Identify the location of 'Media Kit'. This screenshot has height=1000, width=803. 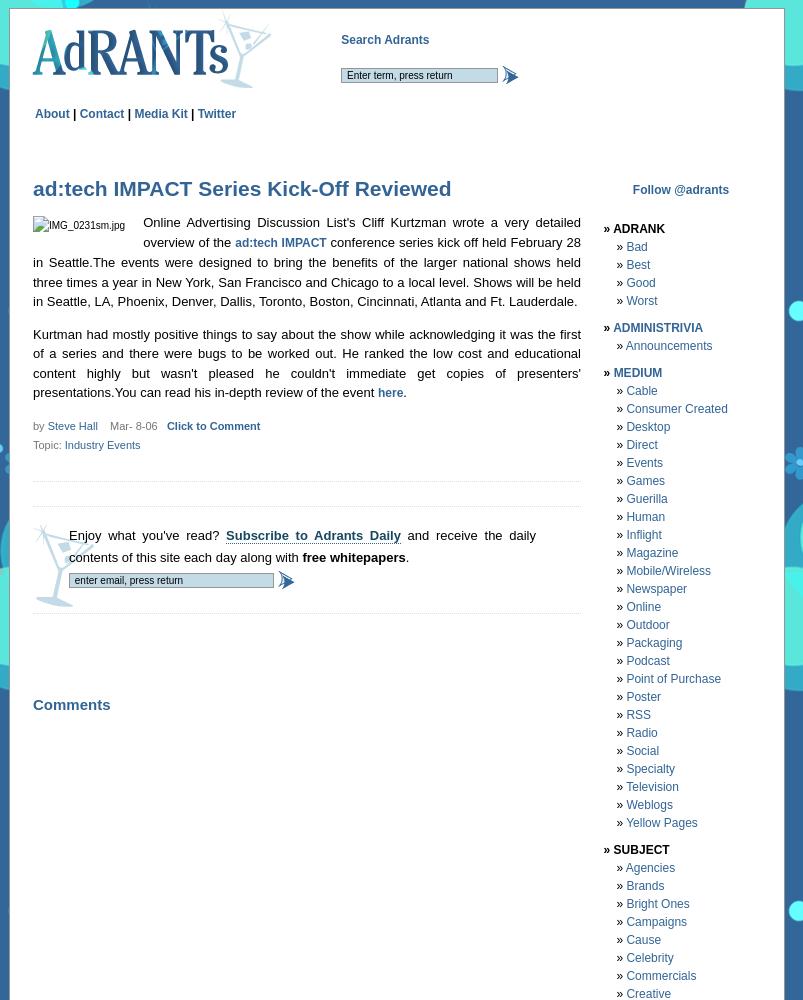
(134, 112).